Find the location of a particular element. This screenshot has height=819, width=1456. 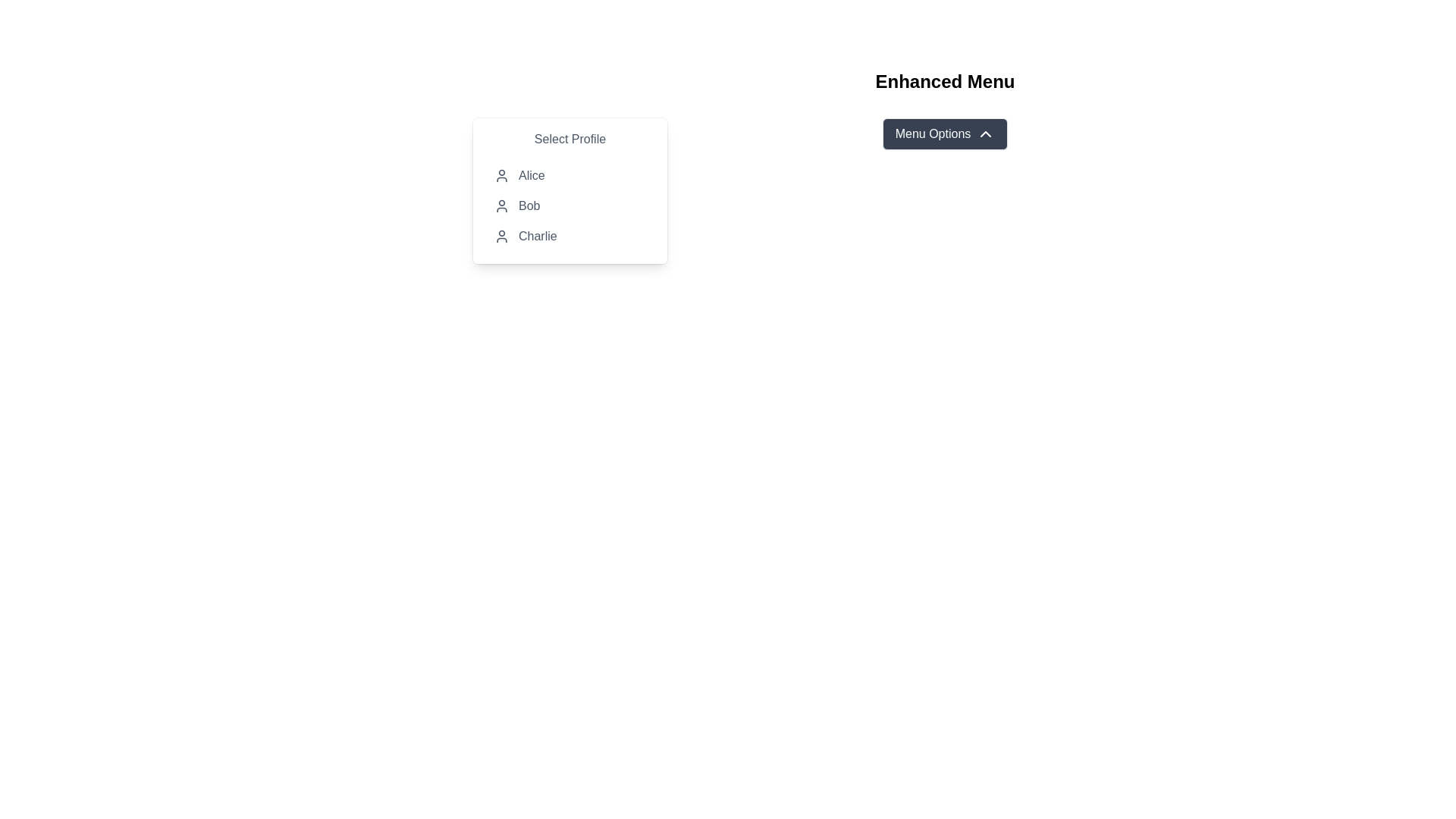

the dropdown menu option labeled 'Charlie' is located at coordinates (570, 237).